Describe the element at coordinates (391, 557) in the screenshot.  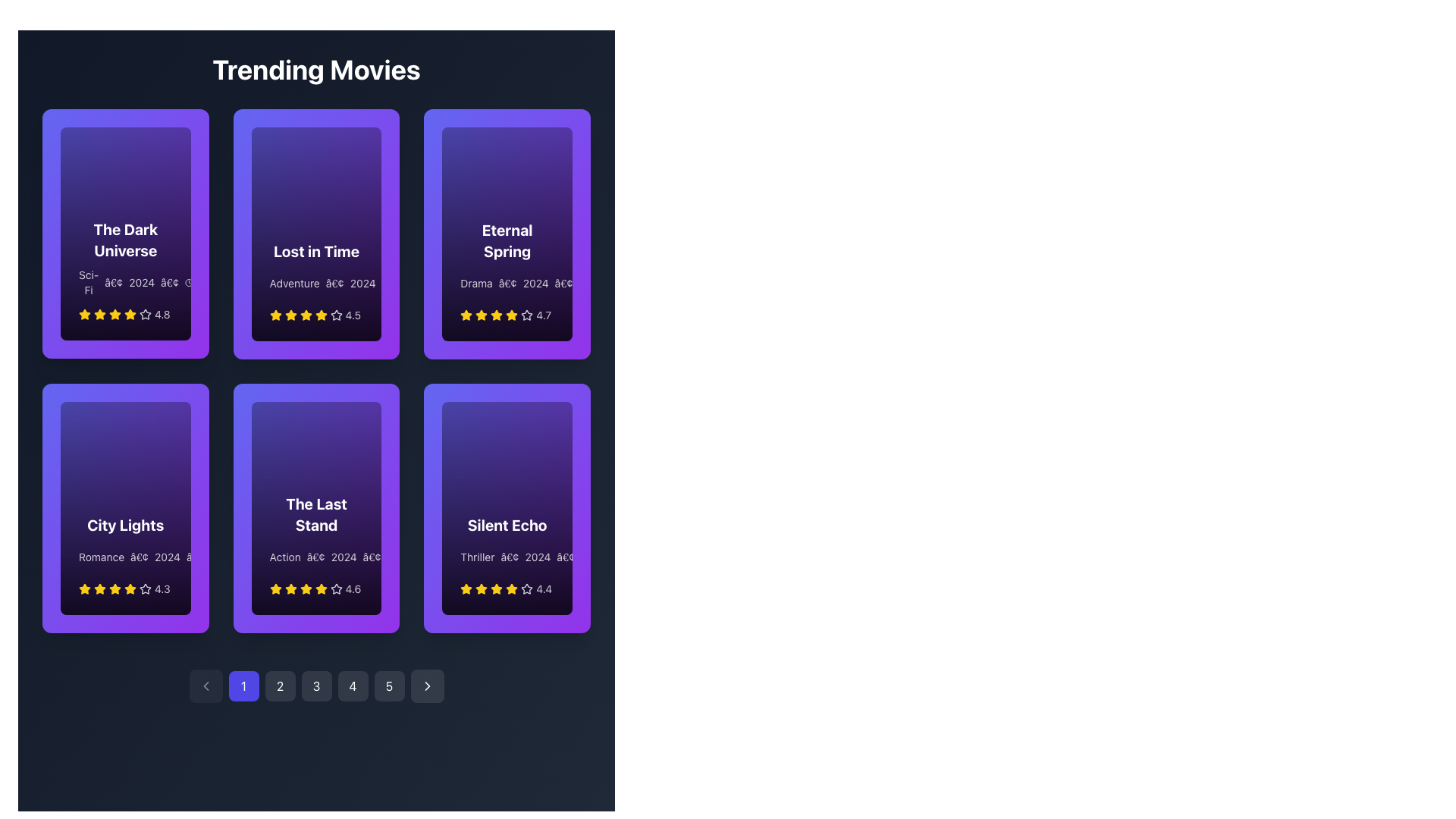
I see `the clock icon located within the movie card 'The Last Stand', positioned to the right of the genre and year text` at that location.